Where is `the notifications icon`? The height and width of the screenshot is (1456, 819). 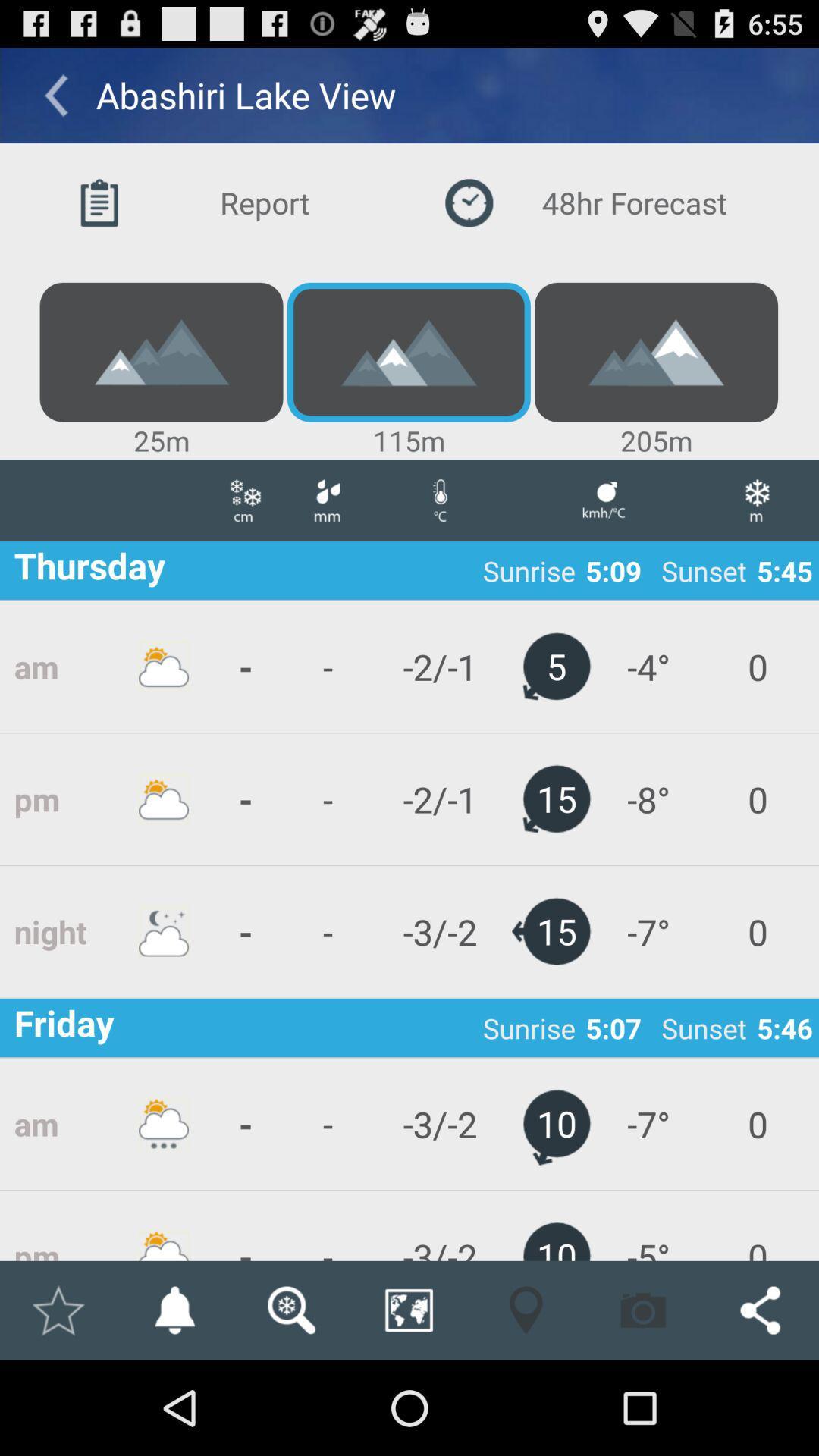
the notifications icon is located at coordinates (174, 1401).